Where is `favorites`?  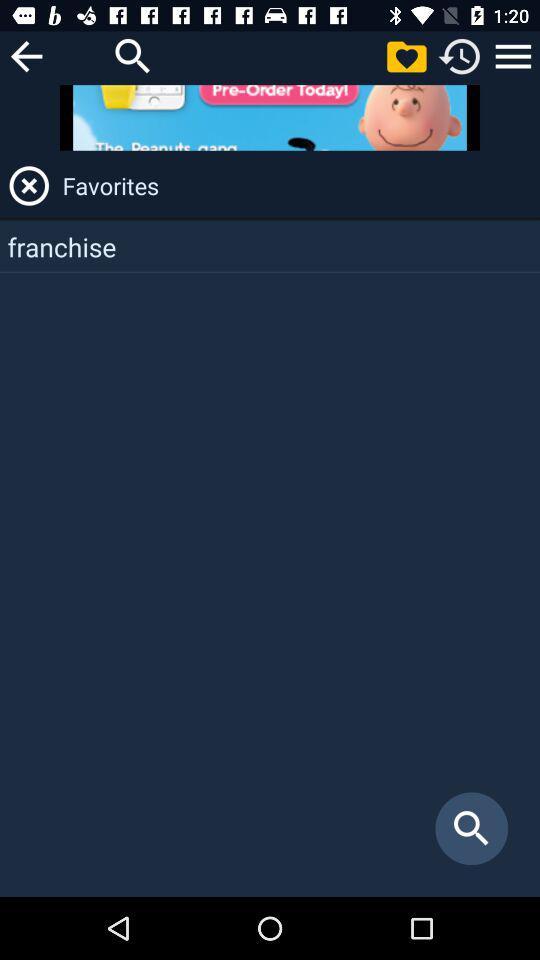 favorites is located at coordinates (28, 185).